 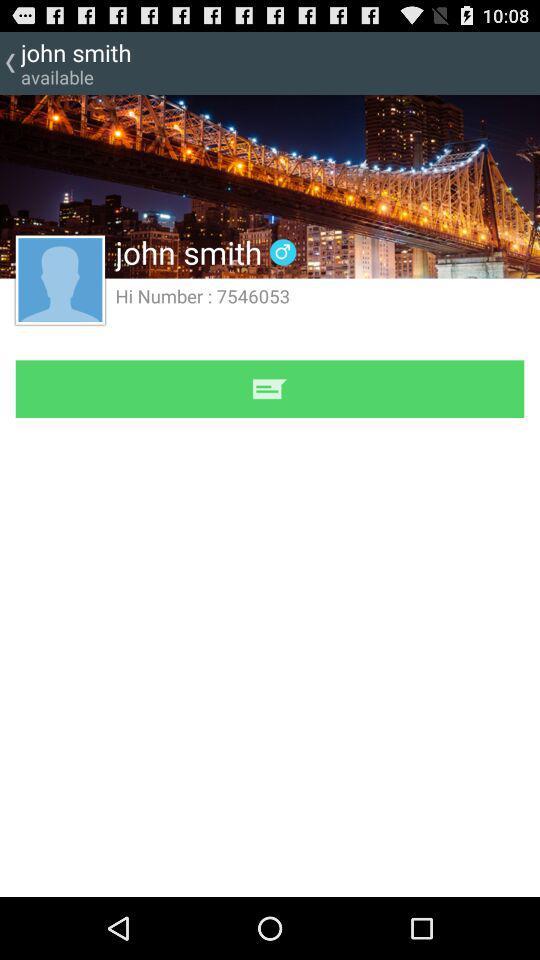 I want to click on the item next to the john smith icon, so click(x=282, y=251).